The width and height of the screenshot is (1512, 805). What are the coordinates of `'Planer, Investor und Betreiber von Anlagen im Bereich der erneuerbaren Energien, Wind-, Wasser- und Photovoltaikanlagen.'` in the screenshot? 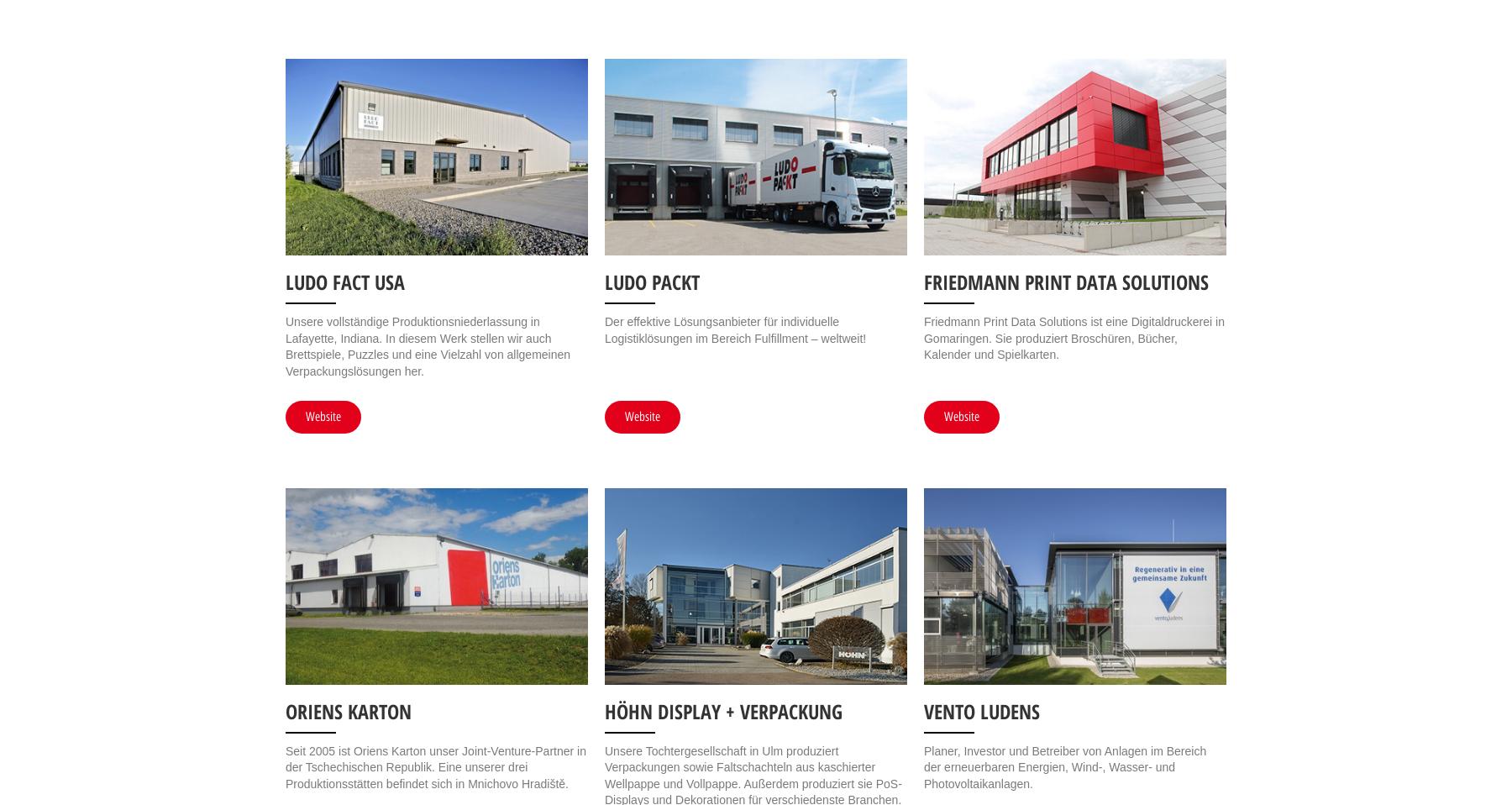 It's located at (1064, 766).